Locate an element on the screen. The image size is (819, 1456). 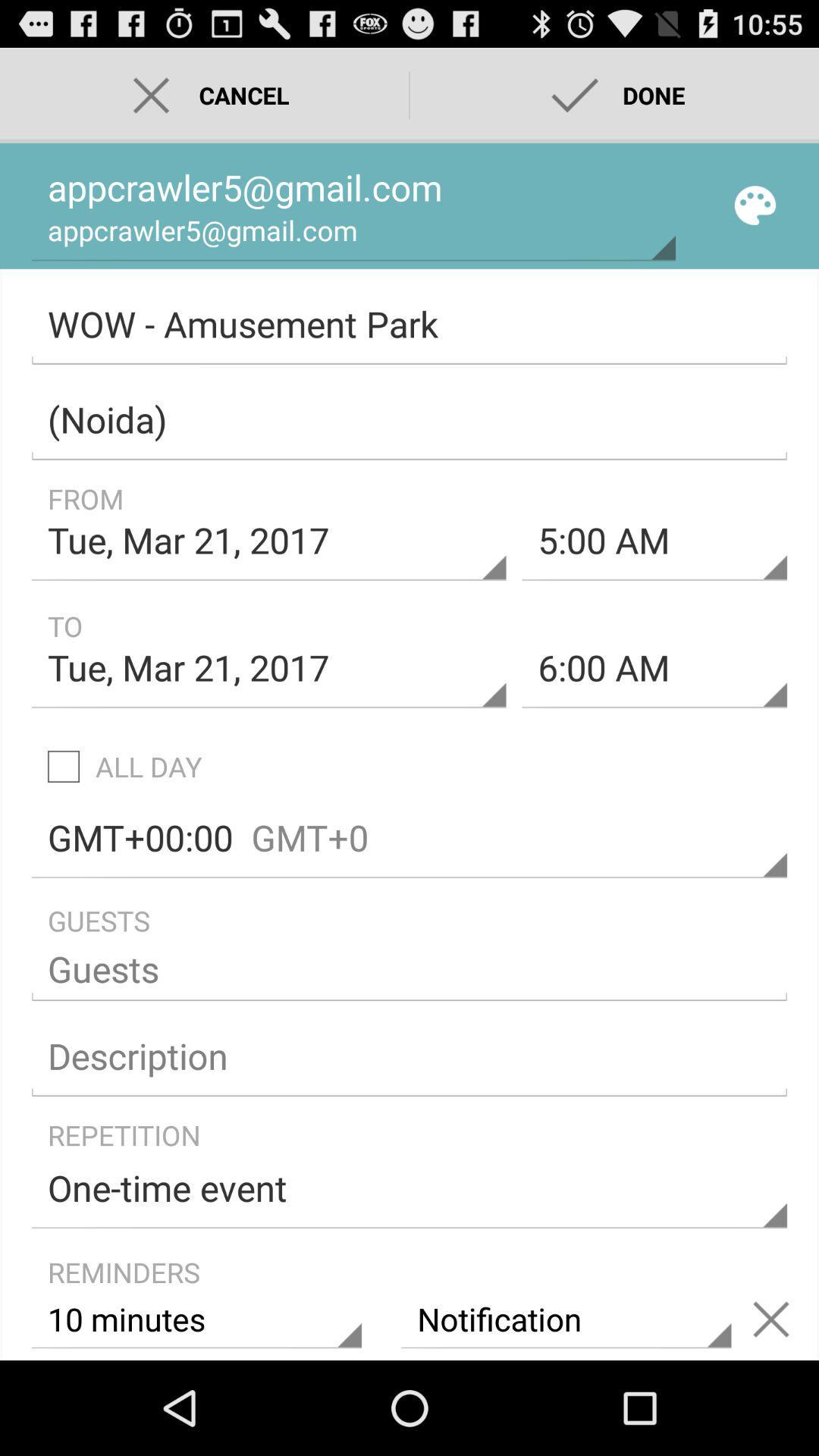
the close icon is located at coordinates (771, 1411).